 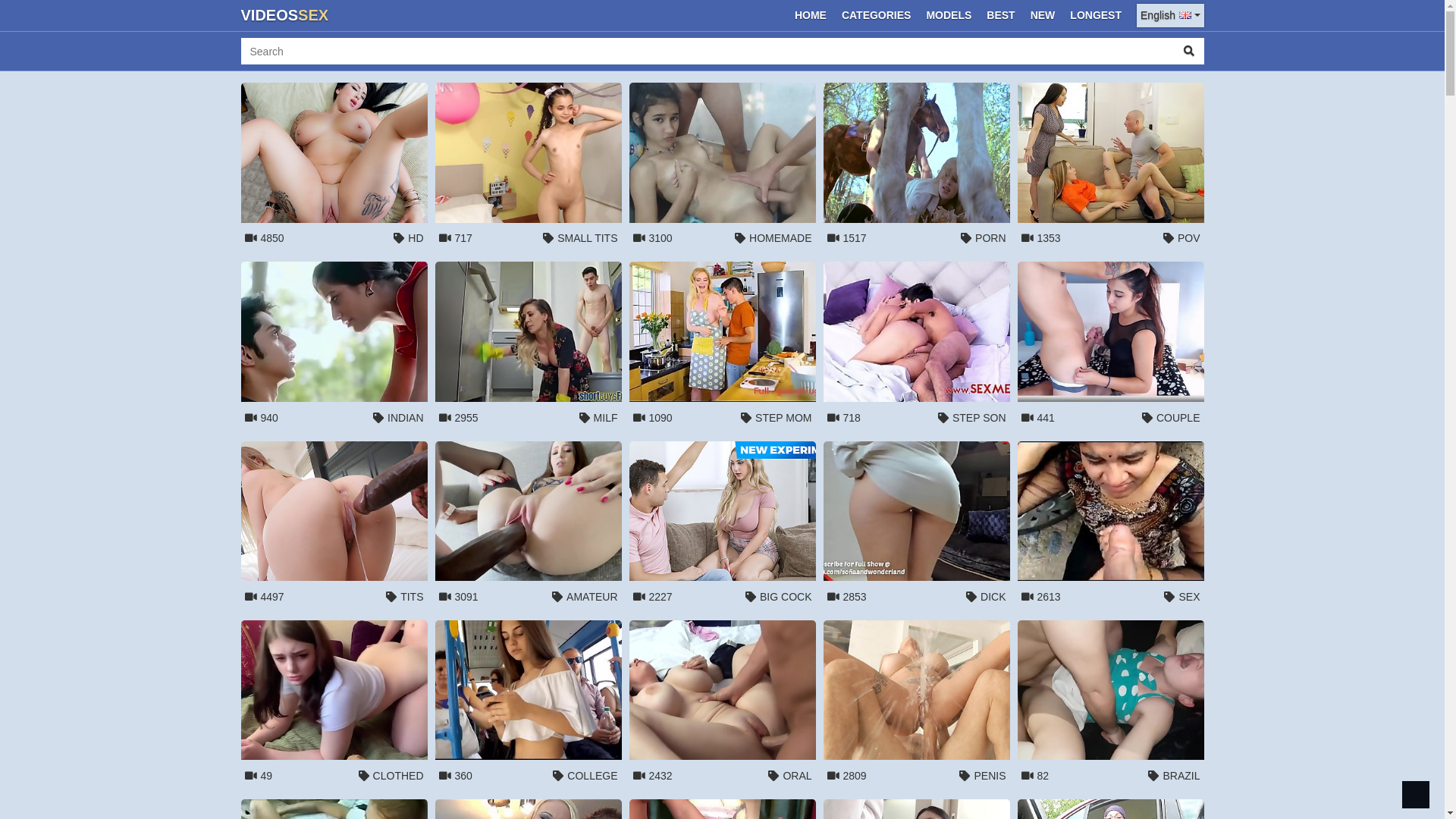 I want to click on '3100, so click(x=722, y=168).